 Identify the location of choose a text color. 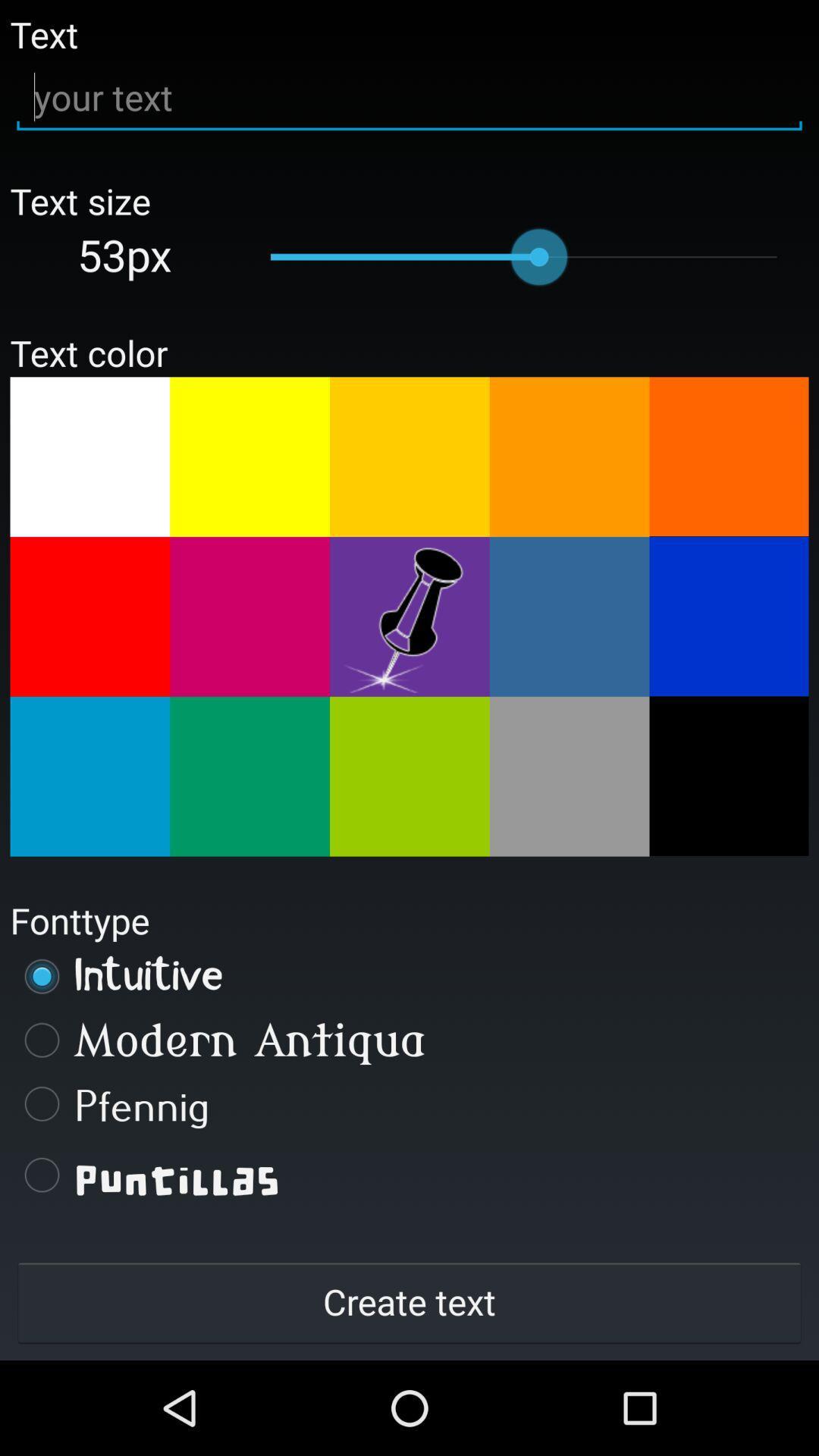
(249, 777).